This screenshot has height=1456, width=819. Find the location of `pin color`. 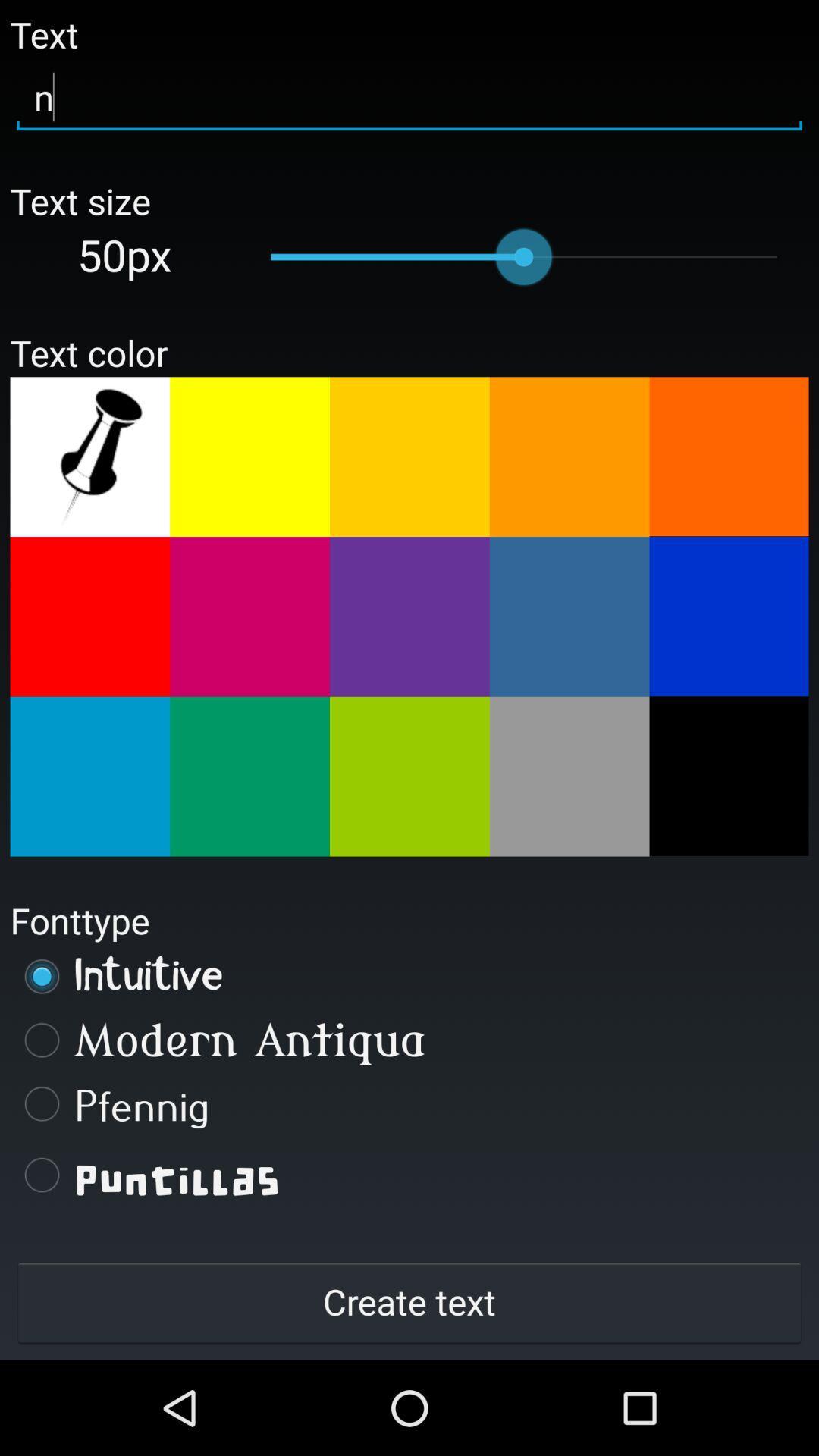

pin color is located at coordinates (89, 456).